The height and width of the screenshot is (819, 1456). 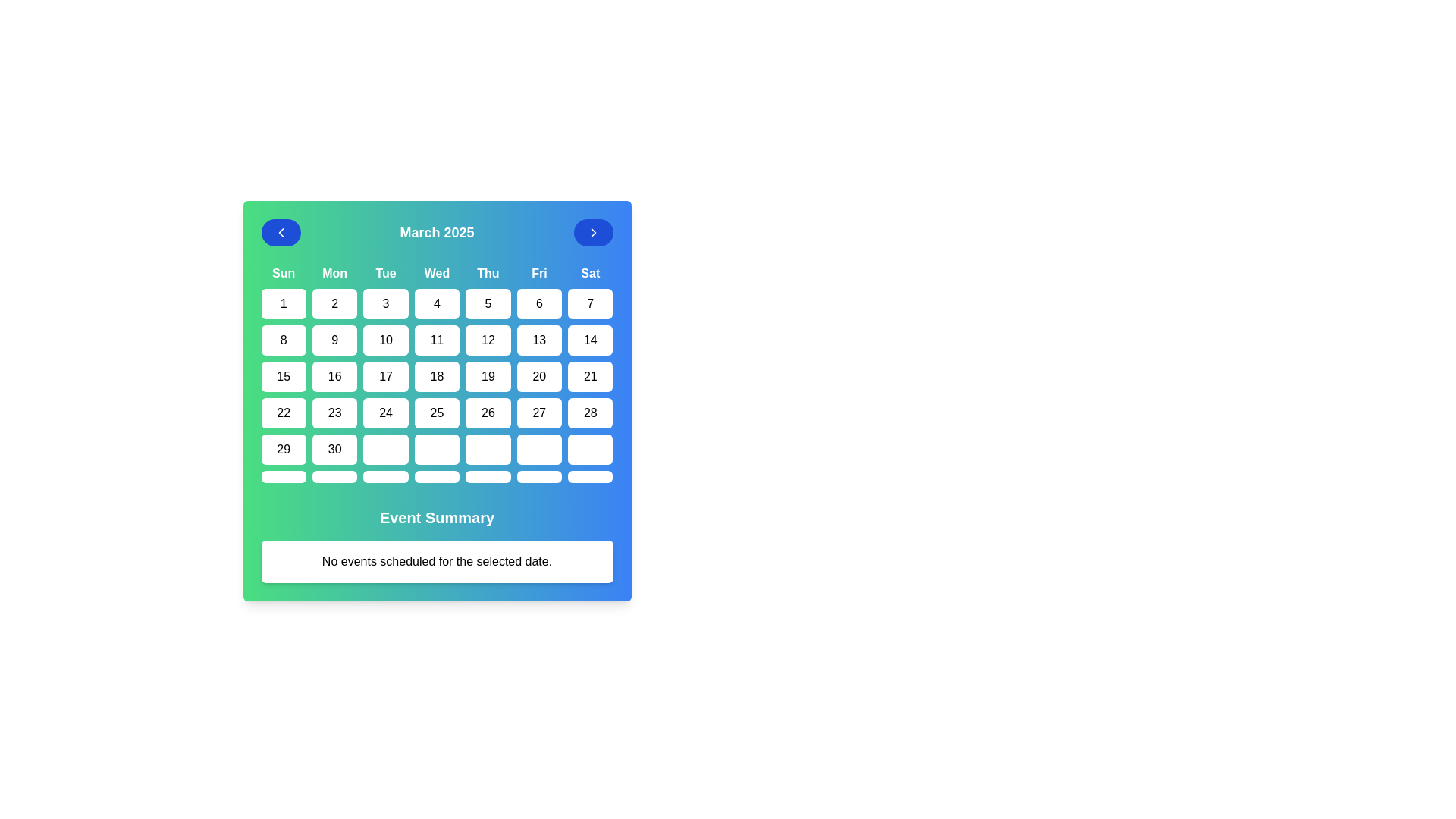 What do you see at coordinates (539, 274) in the screenshot?
I see `the text label displaying 'Fri' in bold font located in the header row of the calendar interface` at bounding box center [539, 274].